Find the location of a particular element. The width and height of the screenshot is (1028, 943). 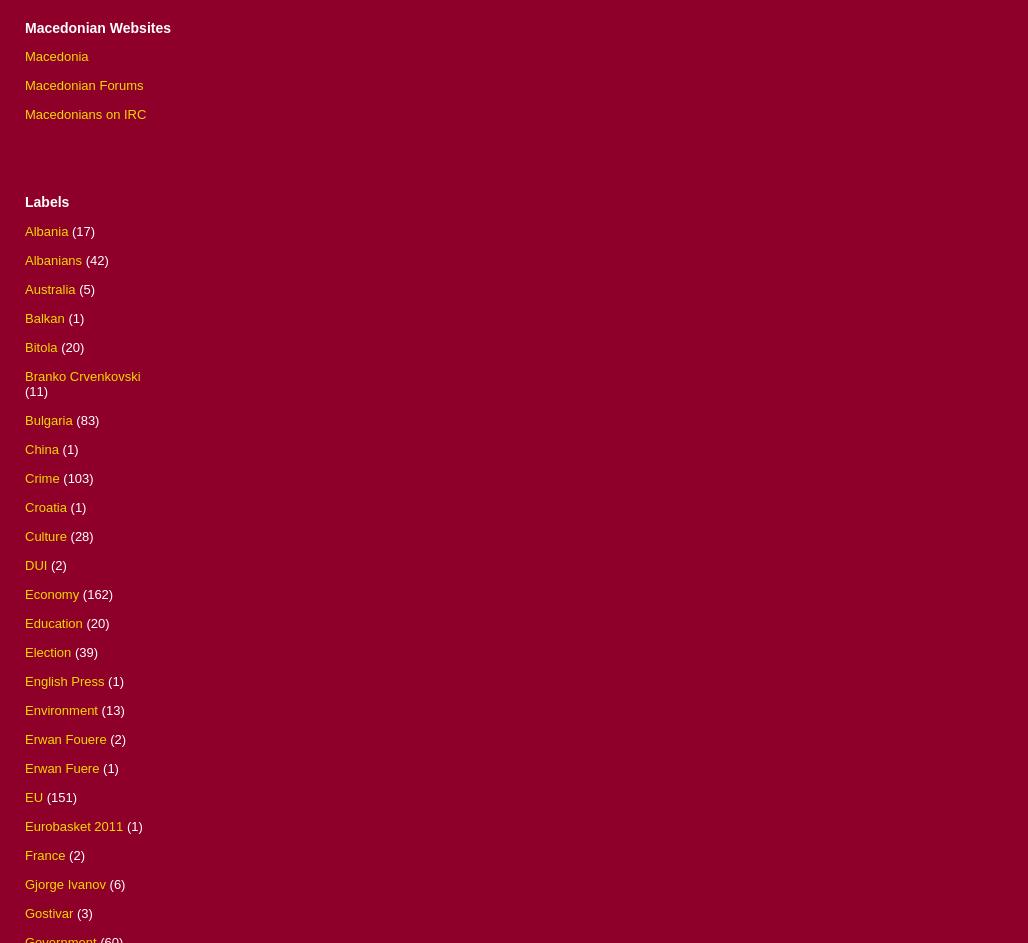

'China' is located at coordinates (41, 448).